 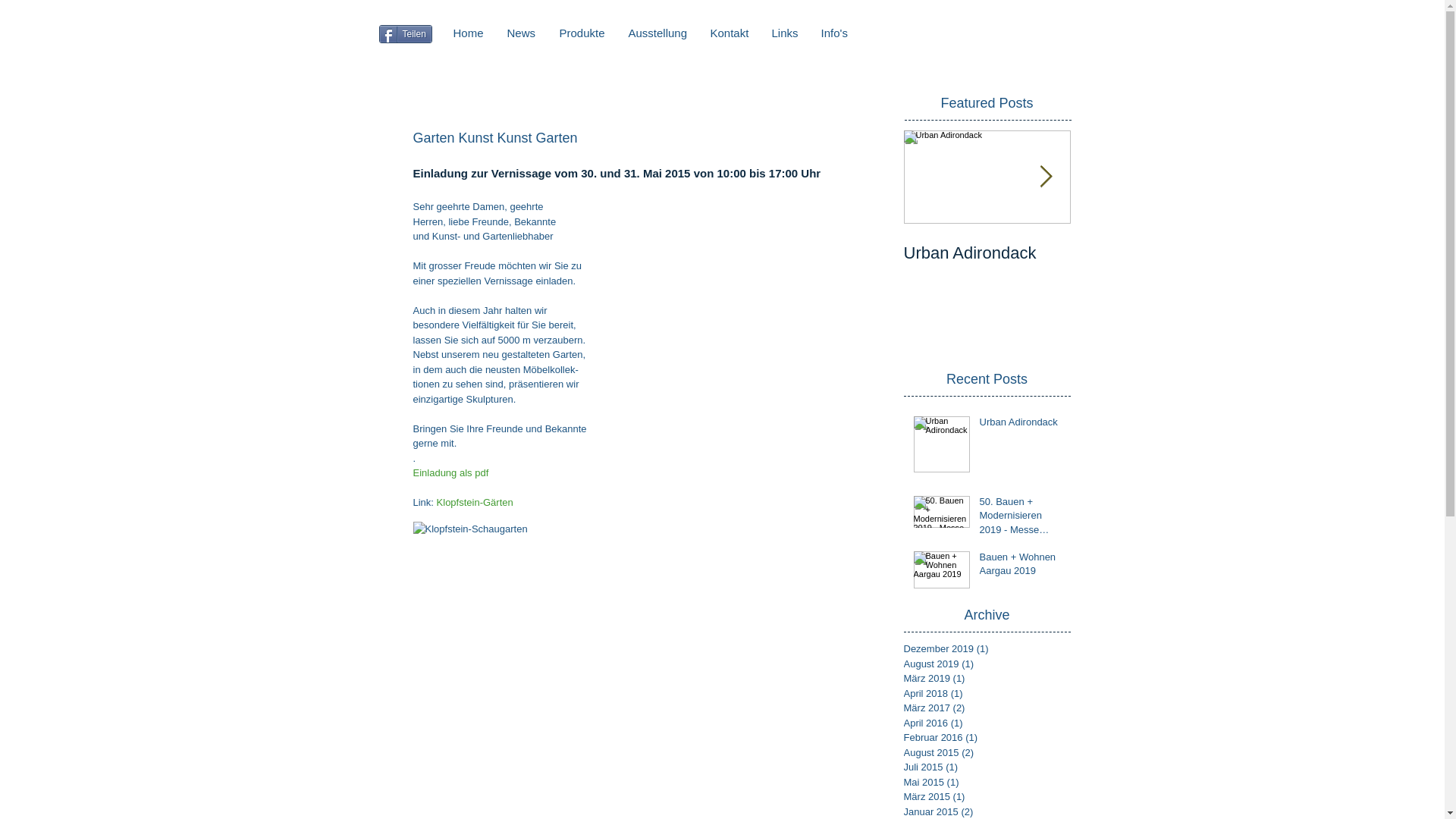 I want to click on 'April 2018 (1)', so click(x=983, y=693).